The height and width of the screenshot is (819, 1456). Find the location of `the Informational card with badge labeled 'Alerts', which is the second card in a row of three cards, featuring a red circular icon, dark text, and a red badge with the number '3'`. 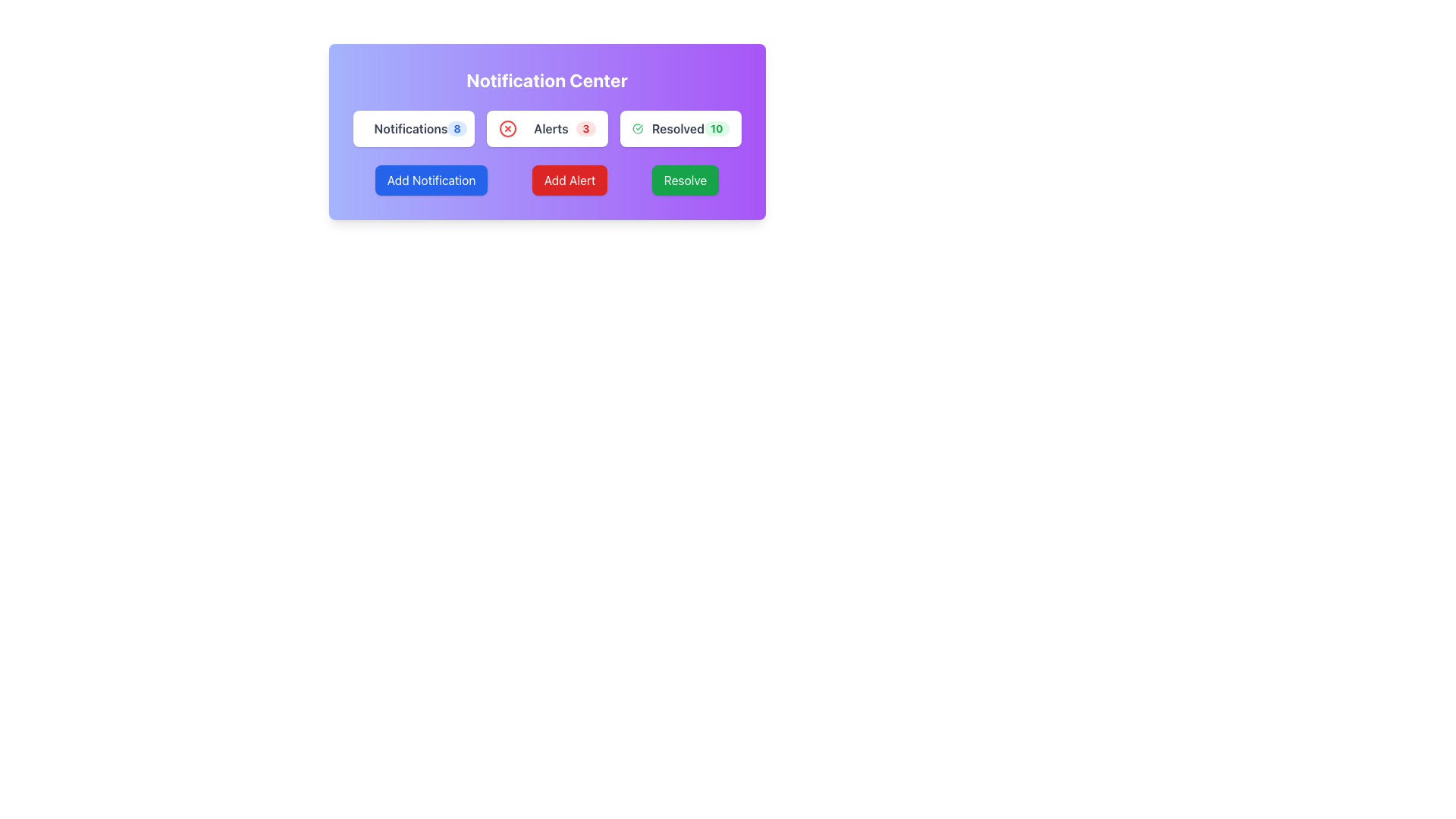

the Informational card with badge labeled 'Alerts', which is the second card in a row of three cards, featuring a red circular icon, dark text, and a red badge with the number '3' is located at coordinates (546, 127).